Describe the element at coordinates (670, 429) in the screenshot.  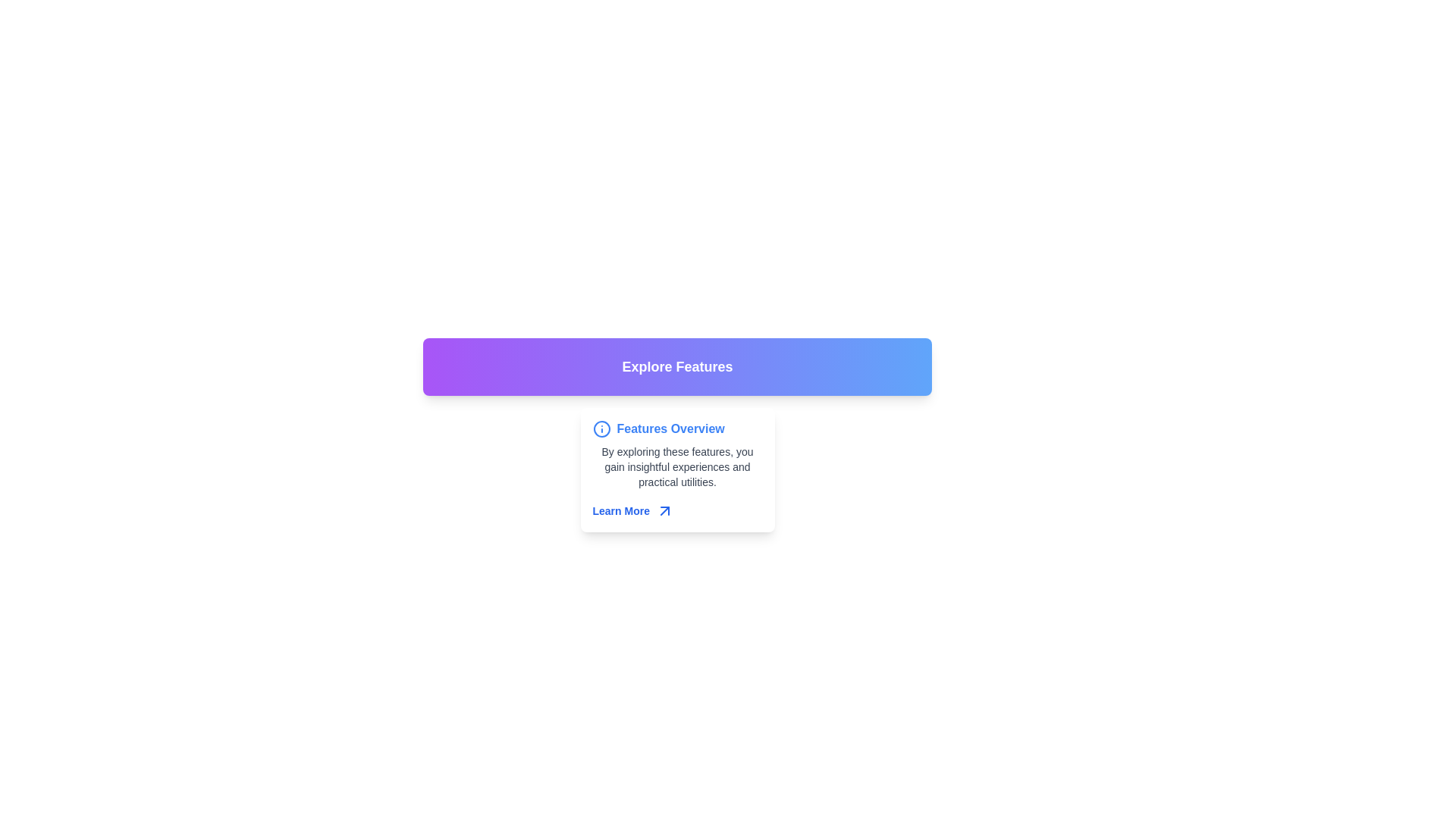
I see `the 'Features Overview' text label, which is styled with blue font and located under the 'Explore Features' header, accompanied by an information icon` at that location.